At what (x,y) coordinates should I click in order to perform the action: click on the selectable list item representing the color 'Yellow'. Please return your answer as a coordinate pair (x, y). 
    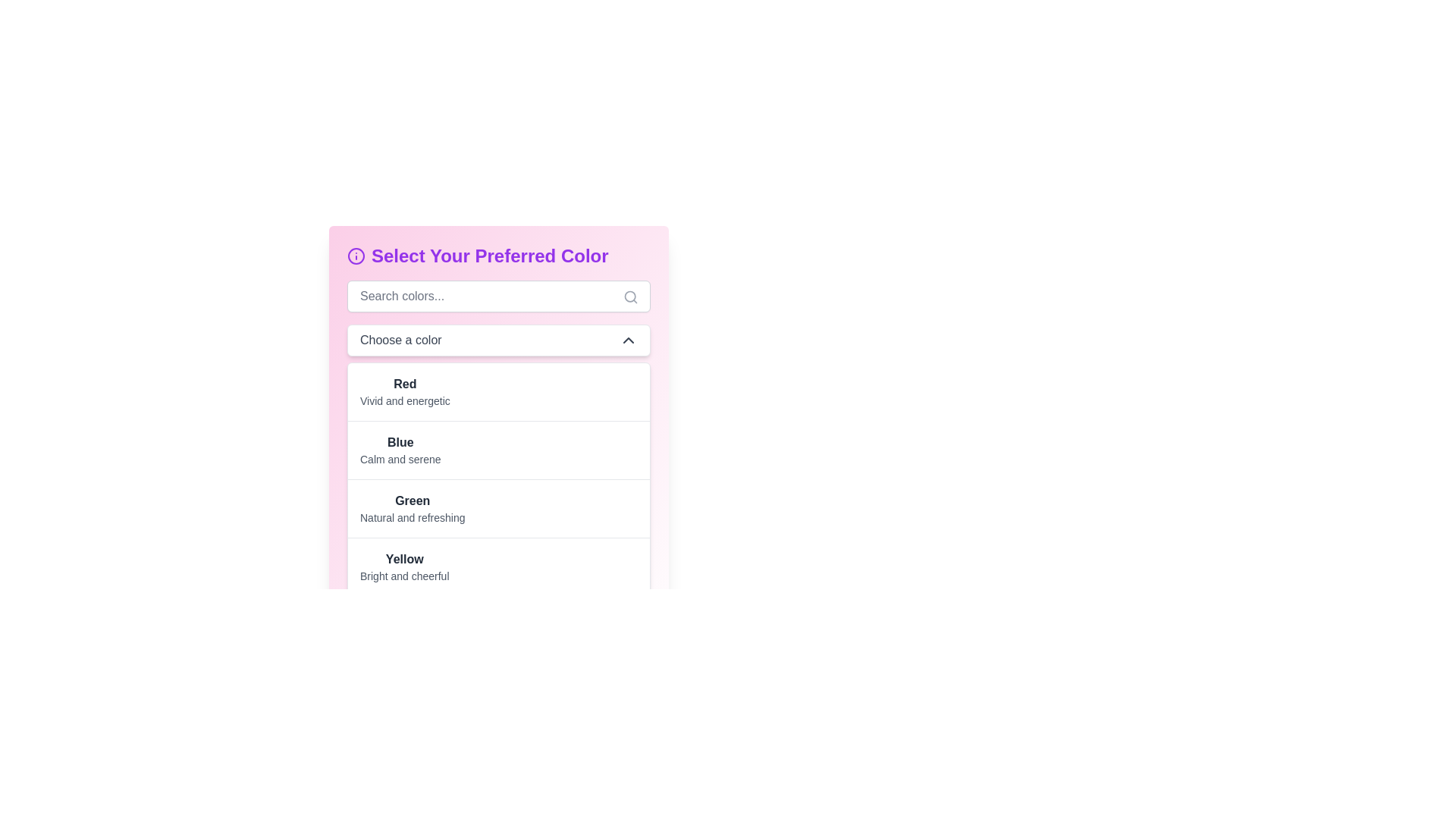
    Looking at the image, I should click on (498, 566).